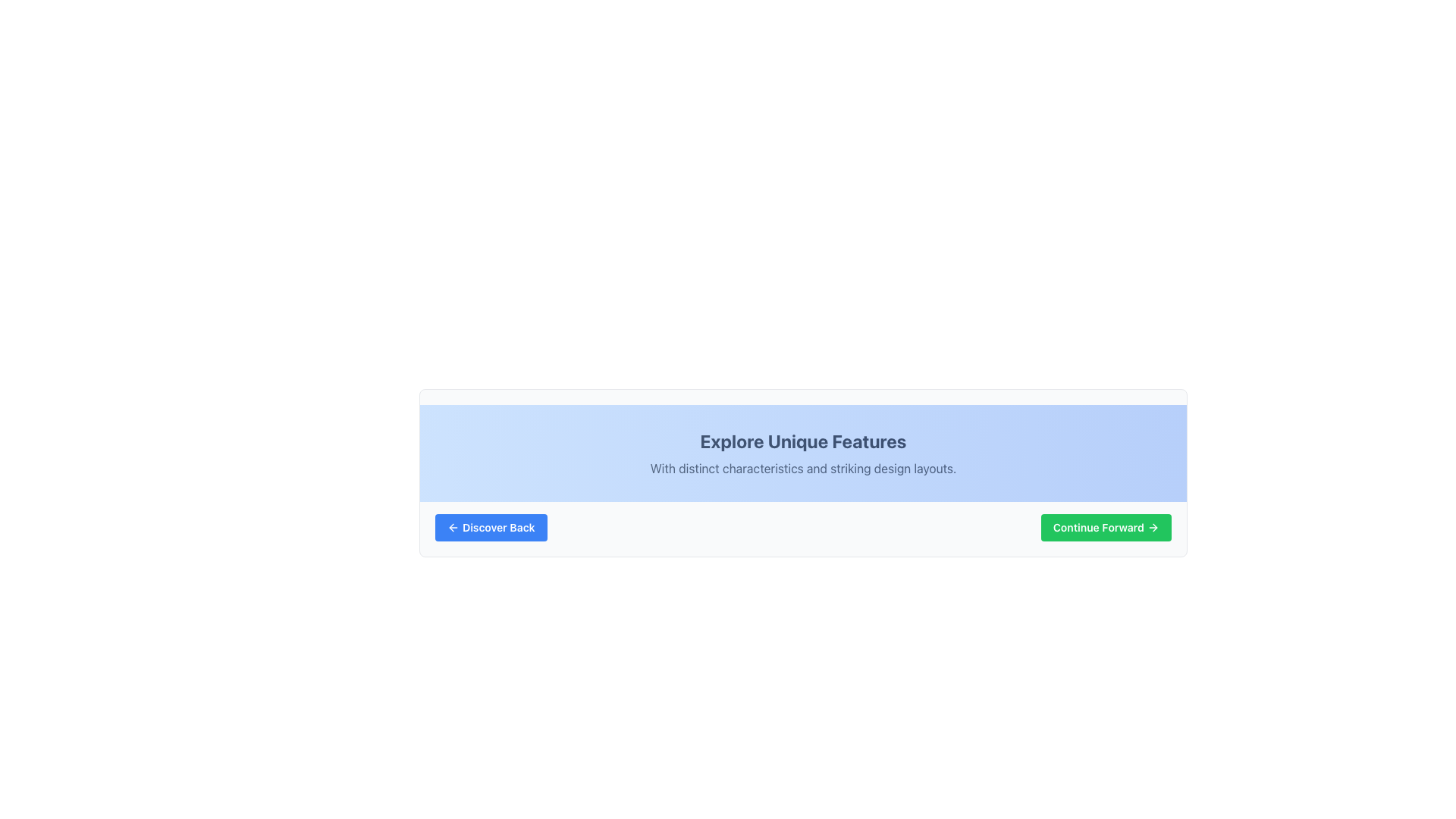 The height and width of the screenshot is (819, 1456). I want to click on the navigation button located on the left side of the bottom pair of buttons, so click(491, 526).